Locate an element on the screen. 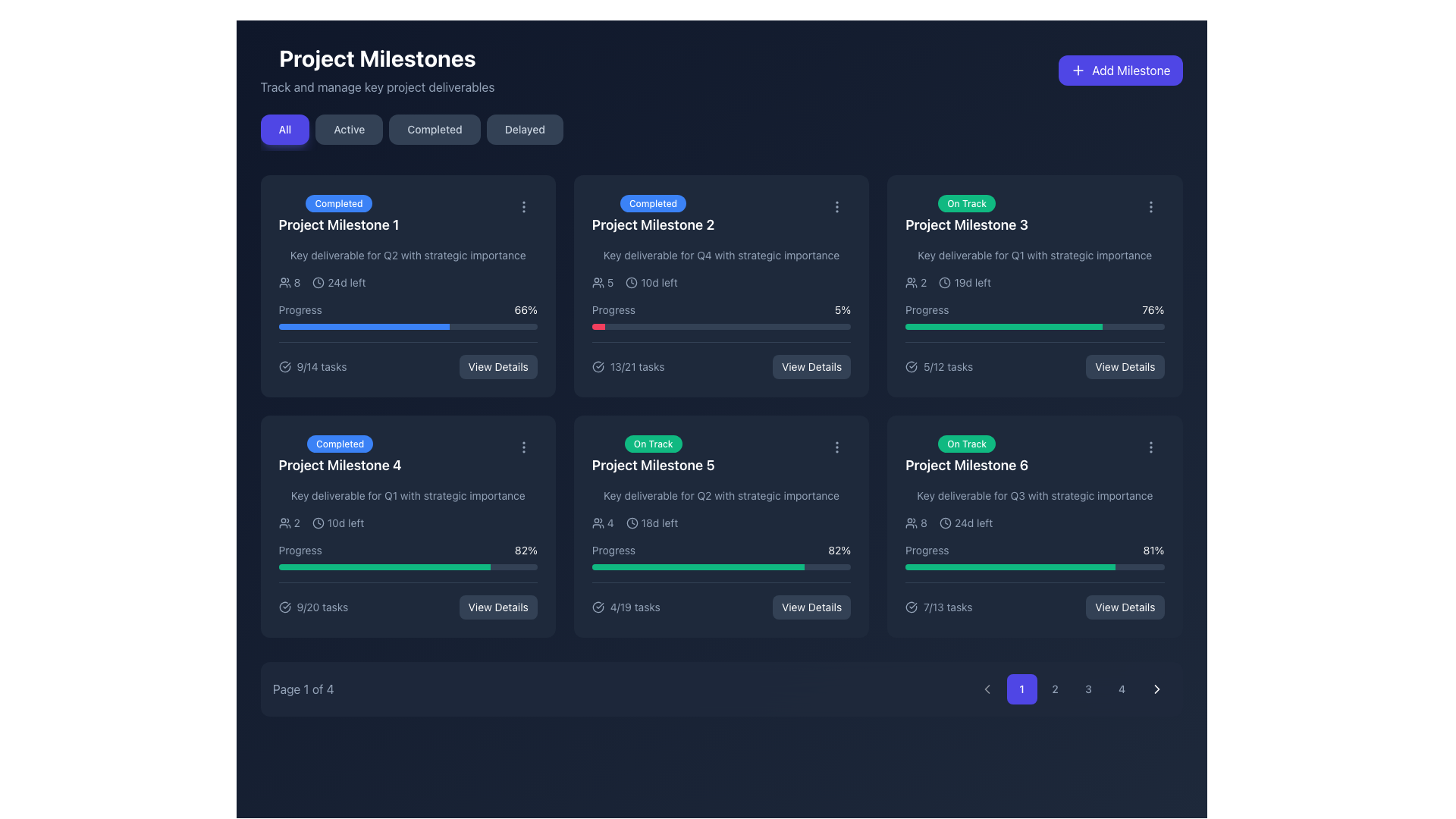 The image size is (1456, 819). the small user icon styled as an outline of two people, located next to the numerical indicator '2' within the 'Project Milestone 3' card is located at coordinates (911, 283).